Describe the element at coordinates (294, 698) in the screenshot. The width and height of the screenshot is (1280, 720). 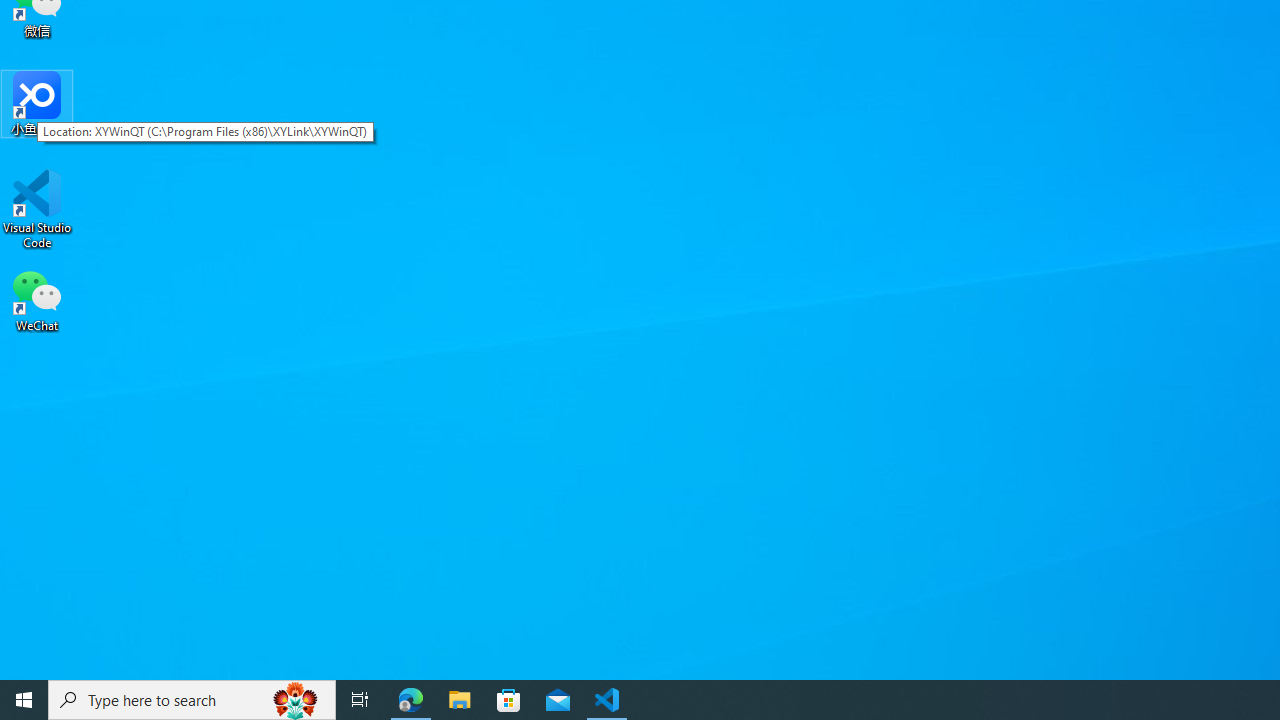
I see `'Search highlights icon opens search home window'` at that location.